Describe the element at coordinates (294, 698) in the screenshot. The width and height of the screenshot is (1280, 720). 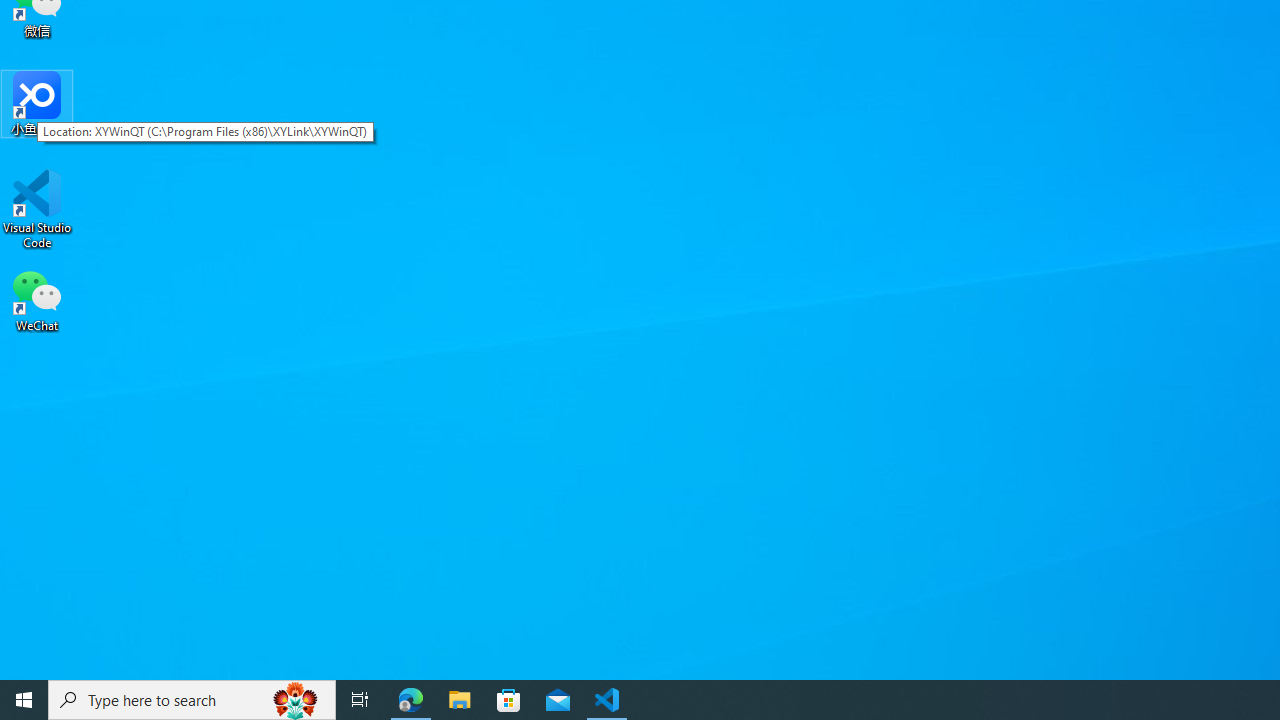
I see `'Search highlights icon opens search home window'` at that location.